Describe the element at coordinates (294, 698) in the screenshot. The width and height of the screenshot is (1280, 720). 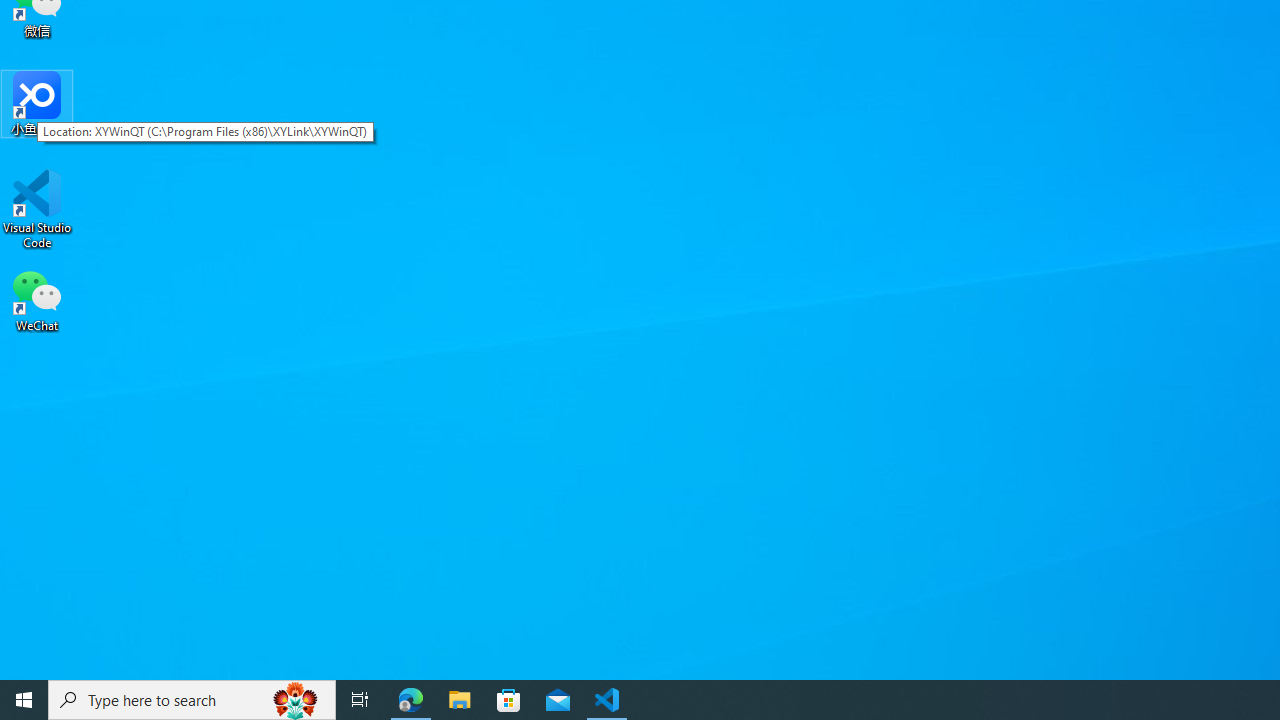
I see `'Search highlights icon opens search home window'` at that location.